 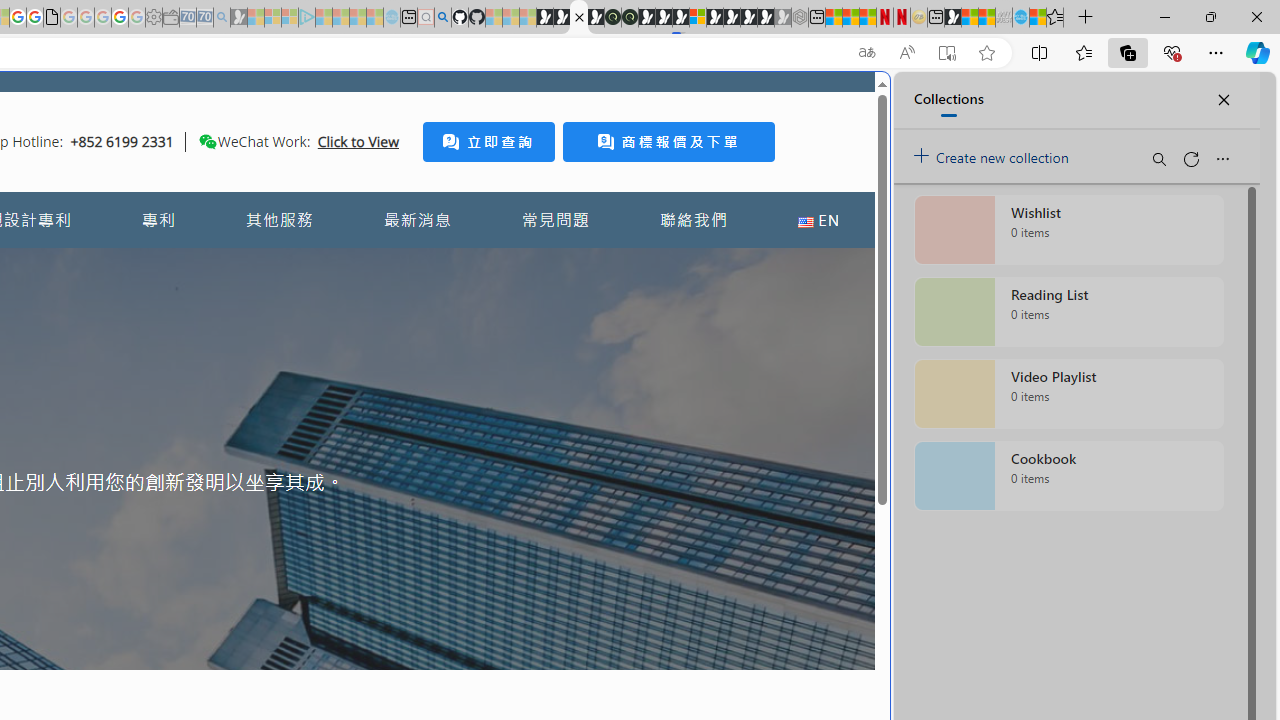 What do you see at coordinates (560, 17) in the screenshot?
I see `'Play Zoo Boom in your browser | Games from Microsoft Start'` at bounding box center [560, 17].